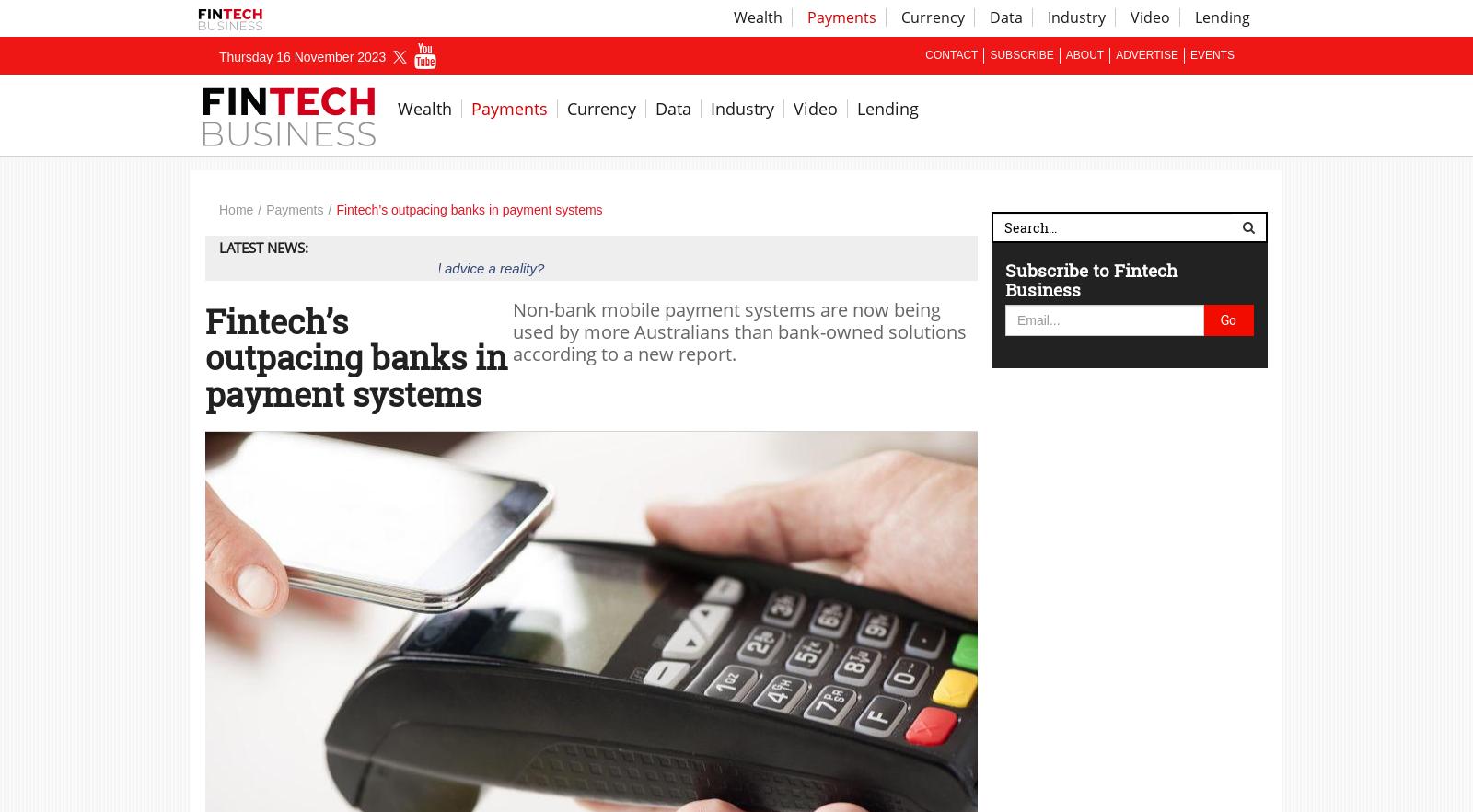 This screenshot has height=812, width=1473. Describe the element at coordinates (738, 330) in the screenshot. I see `'Non-bank mobile payment systems are now being used by more Australians than bank-owned solutions according to a new report.'` at that location.